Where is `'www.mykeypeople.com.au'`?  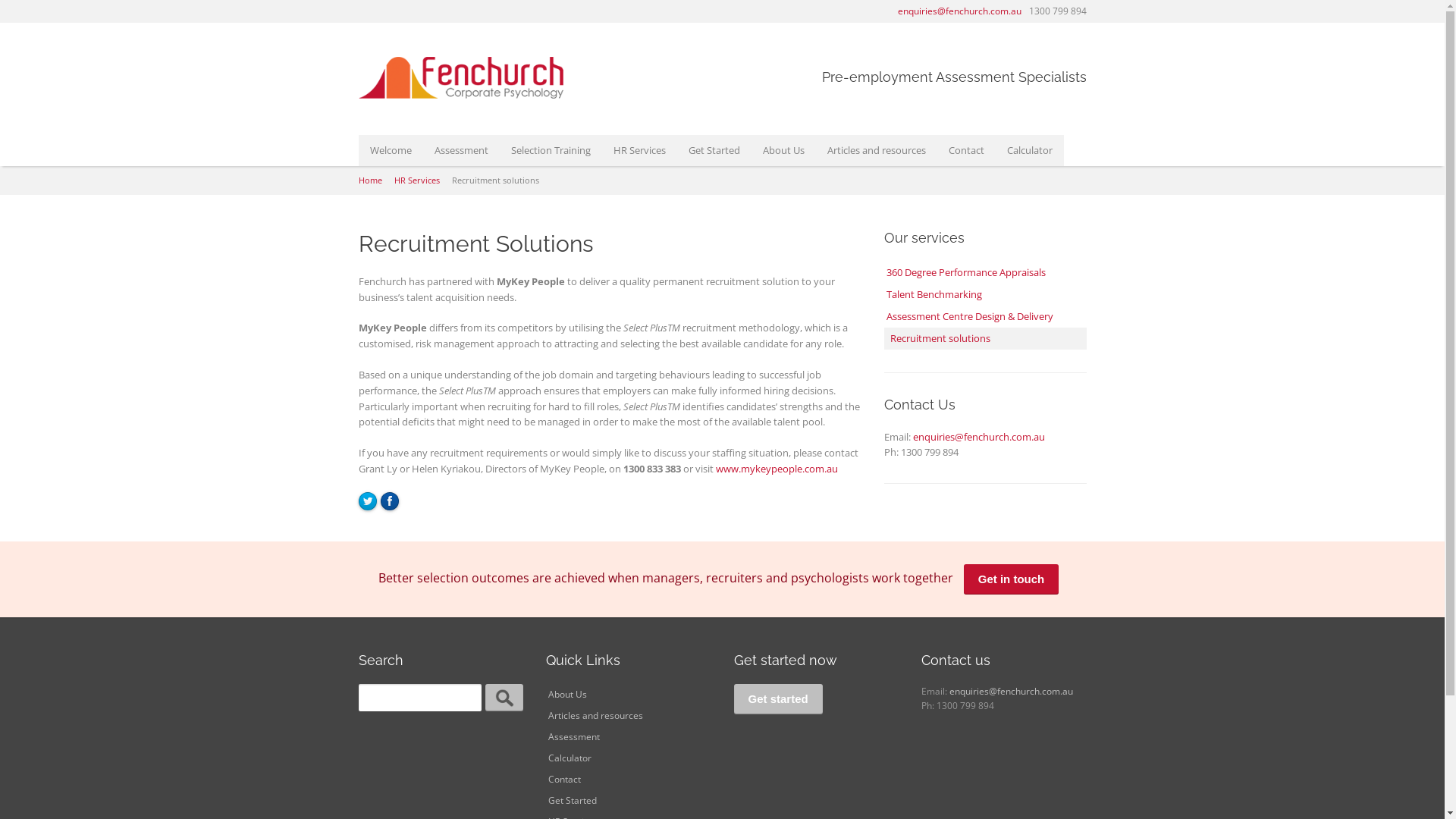
'www.mykeypeople.com.au' is located at coordinates (777, 467).